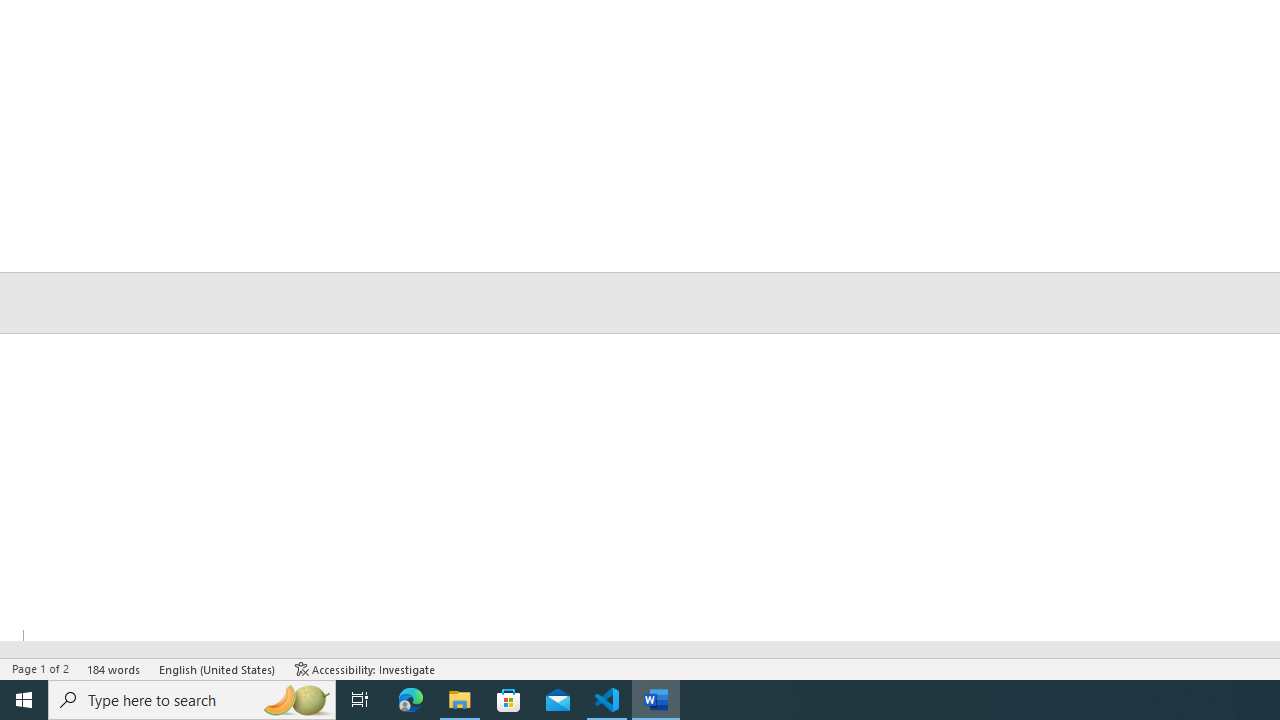  Describe the element at coordinates (365, 669) in the screenshot. I see `'Accessibility Checker Accessibility: Investigate'` at that location.